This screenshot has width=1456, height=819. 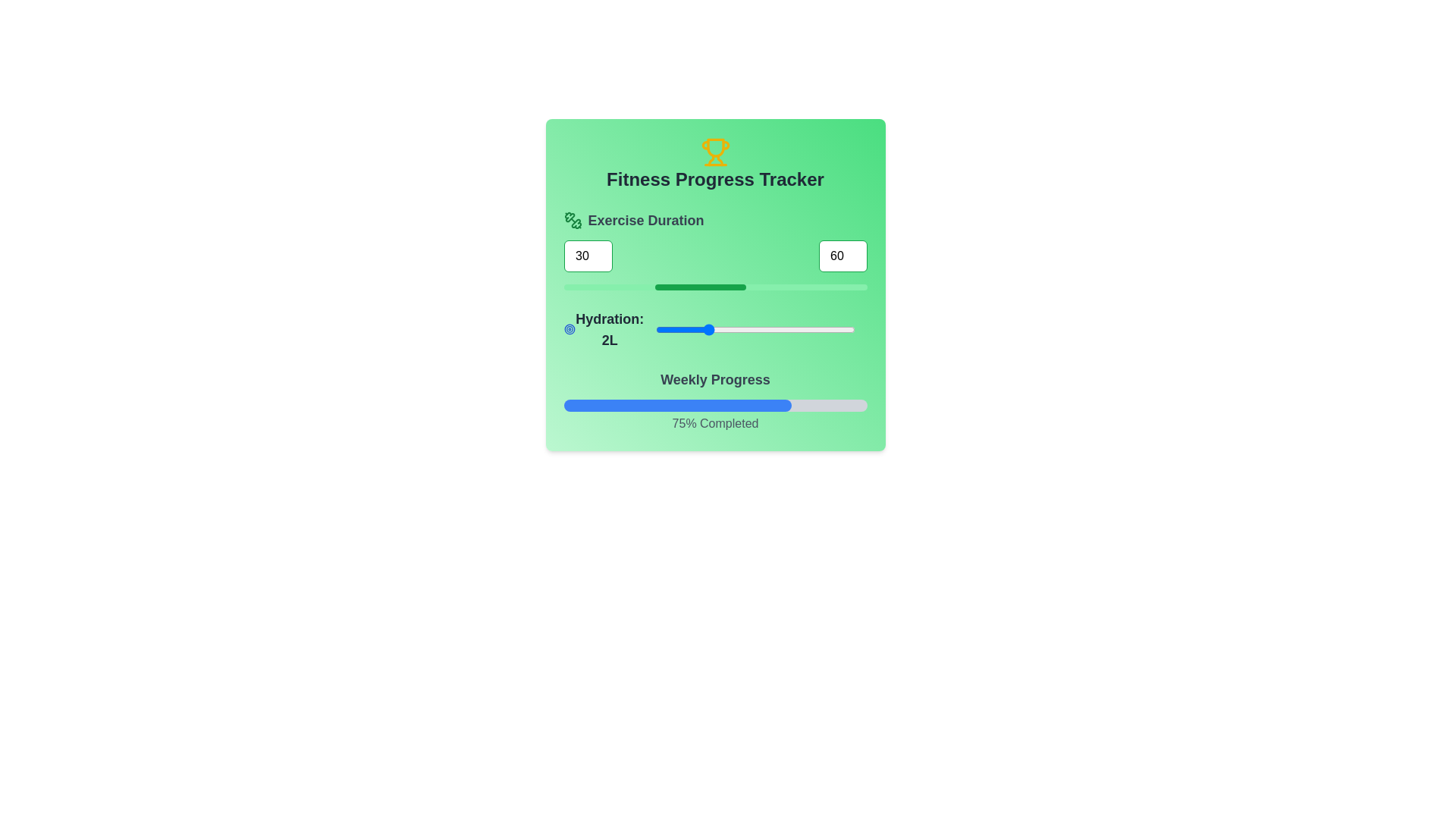 I want to click on content displayed in the text label that shows '75% Completed', which is styled in gray and located beneath the 'Weekly Progress' progress bar, so click(x=714, y=424).